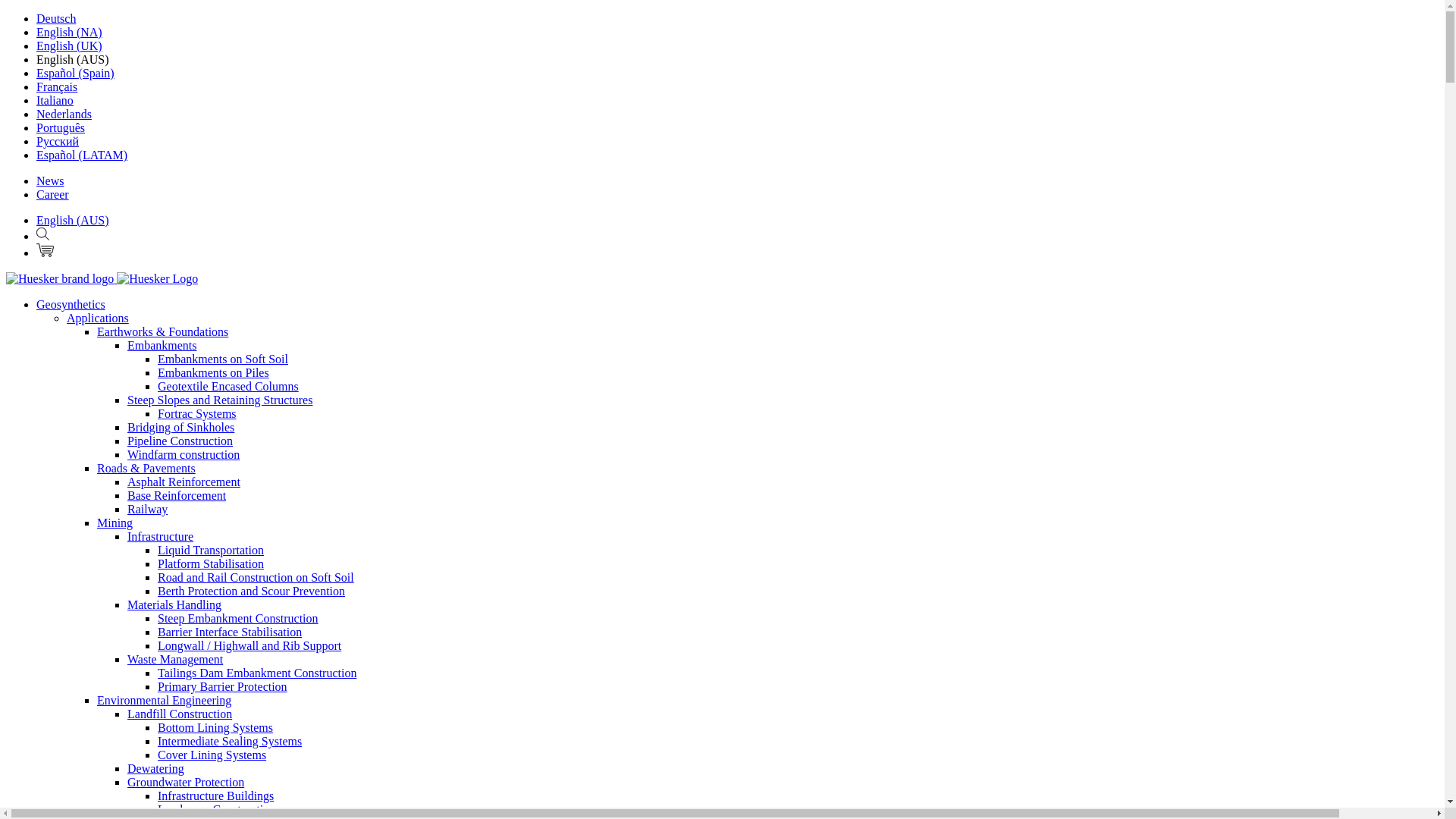 The image size is (1456, 819). I want to click on 'Tailings Dam Embankment Construction', so click(257, 672).